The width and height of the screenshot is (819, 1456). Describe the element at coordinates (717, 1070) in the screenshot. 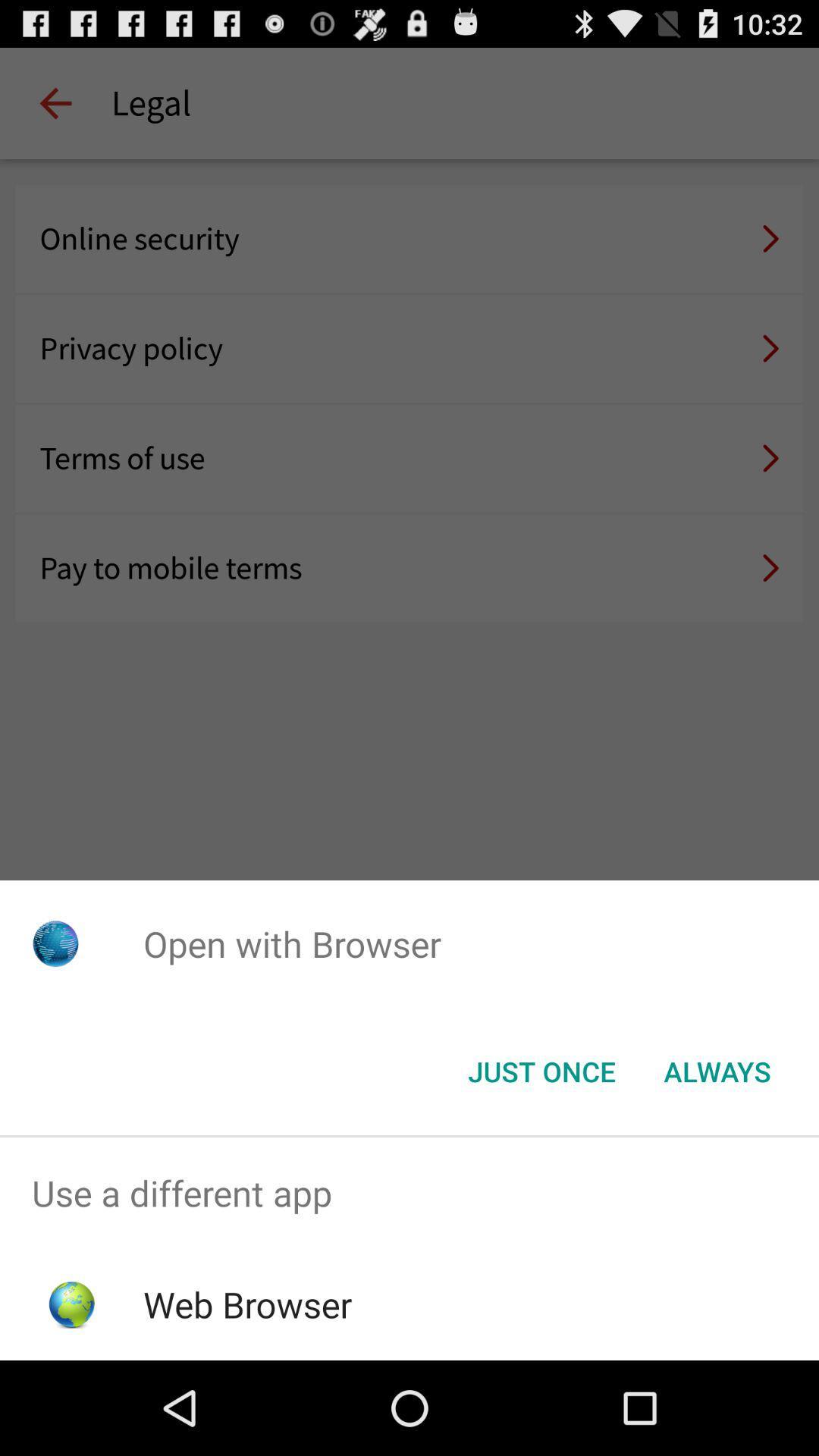

I see `the button next to just once button` at that location.